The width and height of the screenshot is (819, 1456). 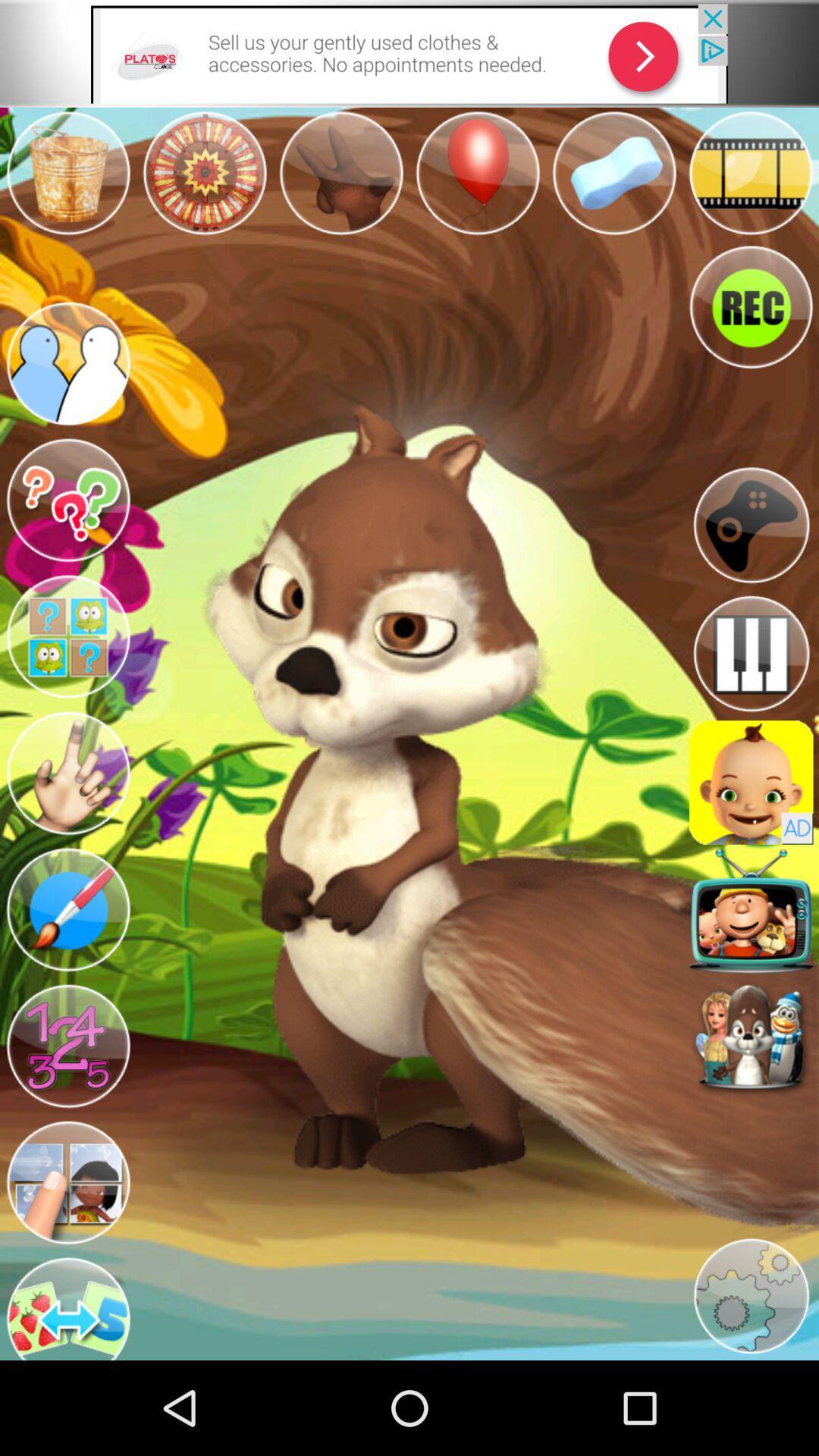 What do you see at coordinates (751, 1387) in the screenshot?
I see `the settings icon` at bounding box center [751, 1387].